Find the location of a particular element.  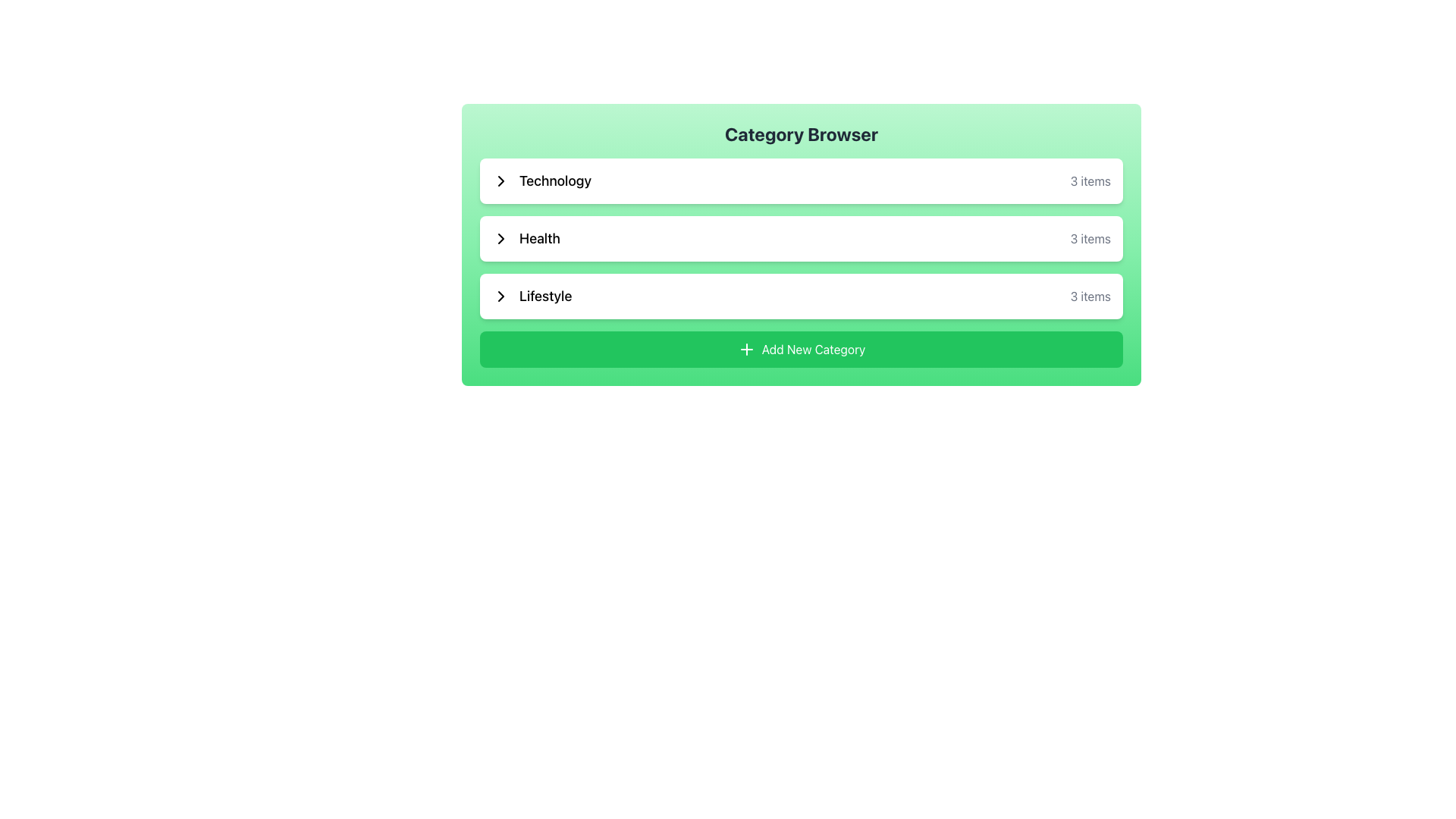

the Chevron icon for the 'Health' category in the Category Browser section is located at coordinates (501, 239).